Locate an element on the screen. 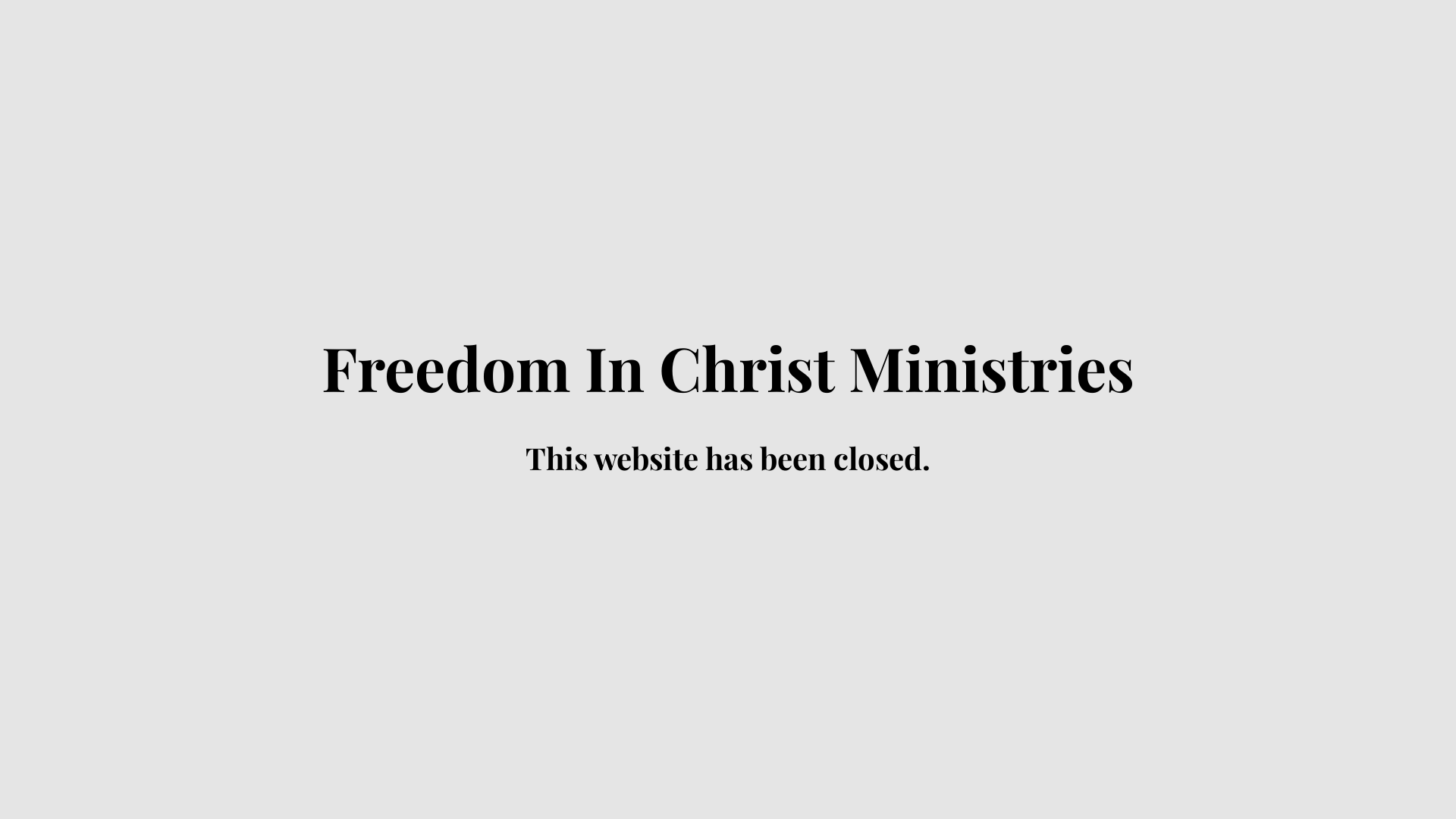 The image size is (1456, 819). 'Freedom In Christ Ministries' is located at coordinates (728, 380).